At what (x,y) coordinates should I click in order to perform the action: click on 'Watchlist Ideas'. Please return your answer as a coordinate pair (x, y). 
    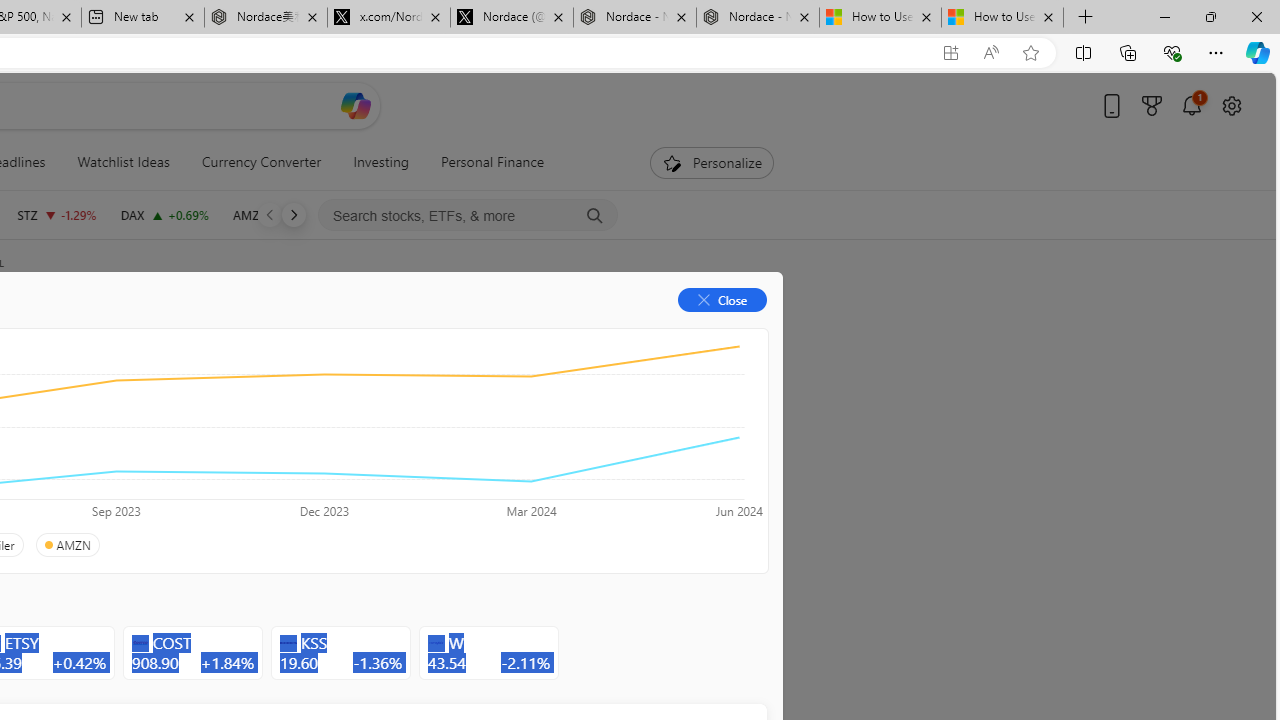
    Looking at the image, I should click on (122, 162).